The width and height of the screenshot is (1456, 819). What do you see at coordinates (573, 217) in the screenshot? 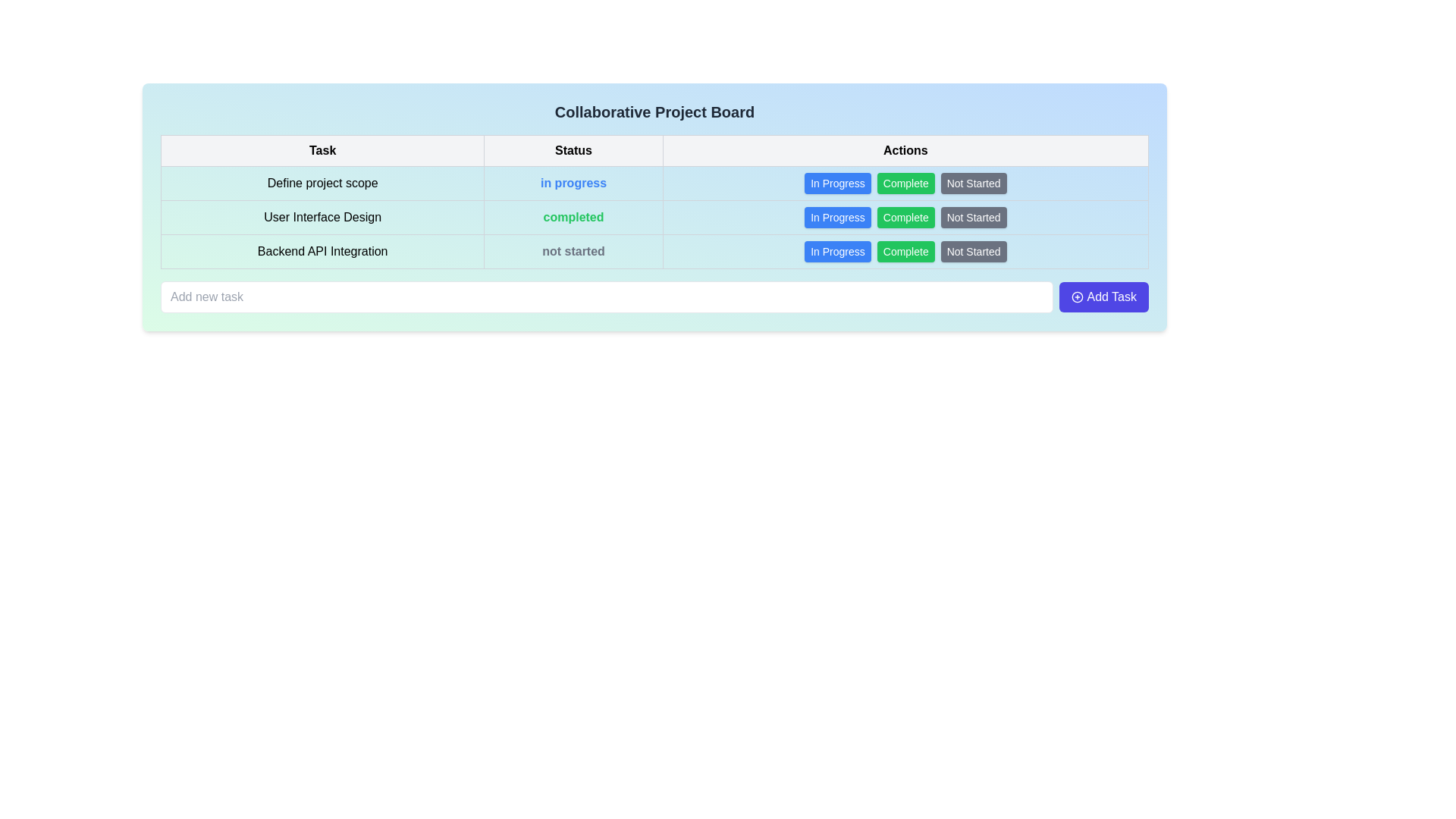
I see `the 'Completed' status text label located in the 'Status' column of the 'User Interface Design' row in the 'Collaborative Project Board' table` at bounding box center [573, 217].